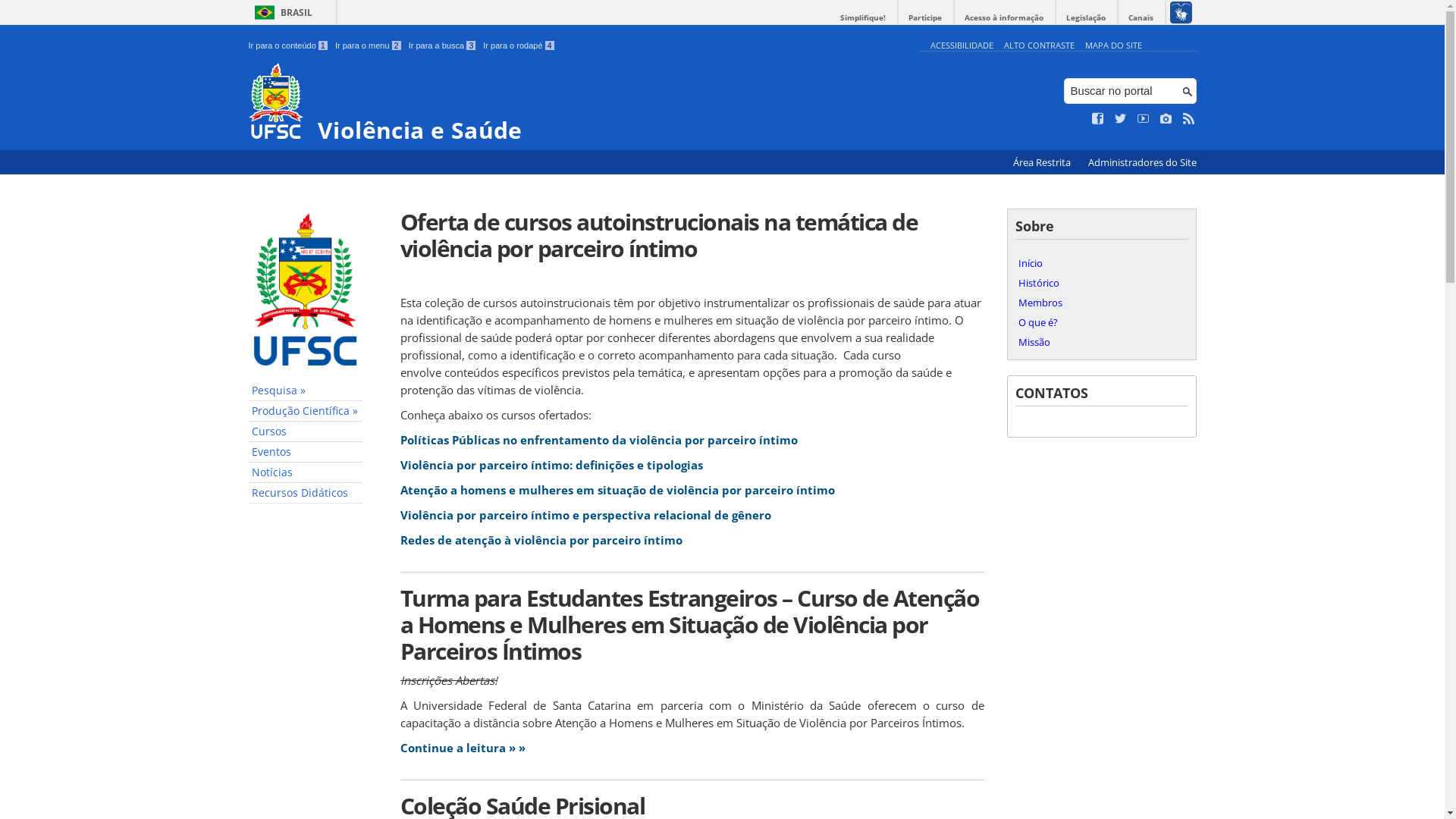 The width and height of the screenshot is (1456, 819). I want to click on 'Eventos', so click(305, 451).